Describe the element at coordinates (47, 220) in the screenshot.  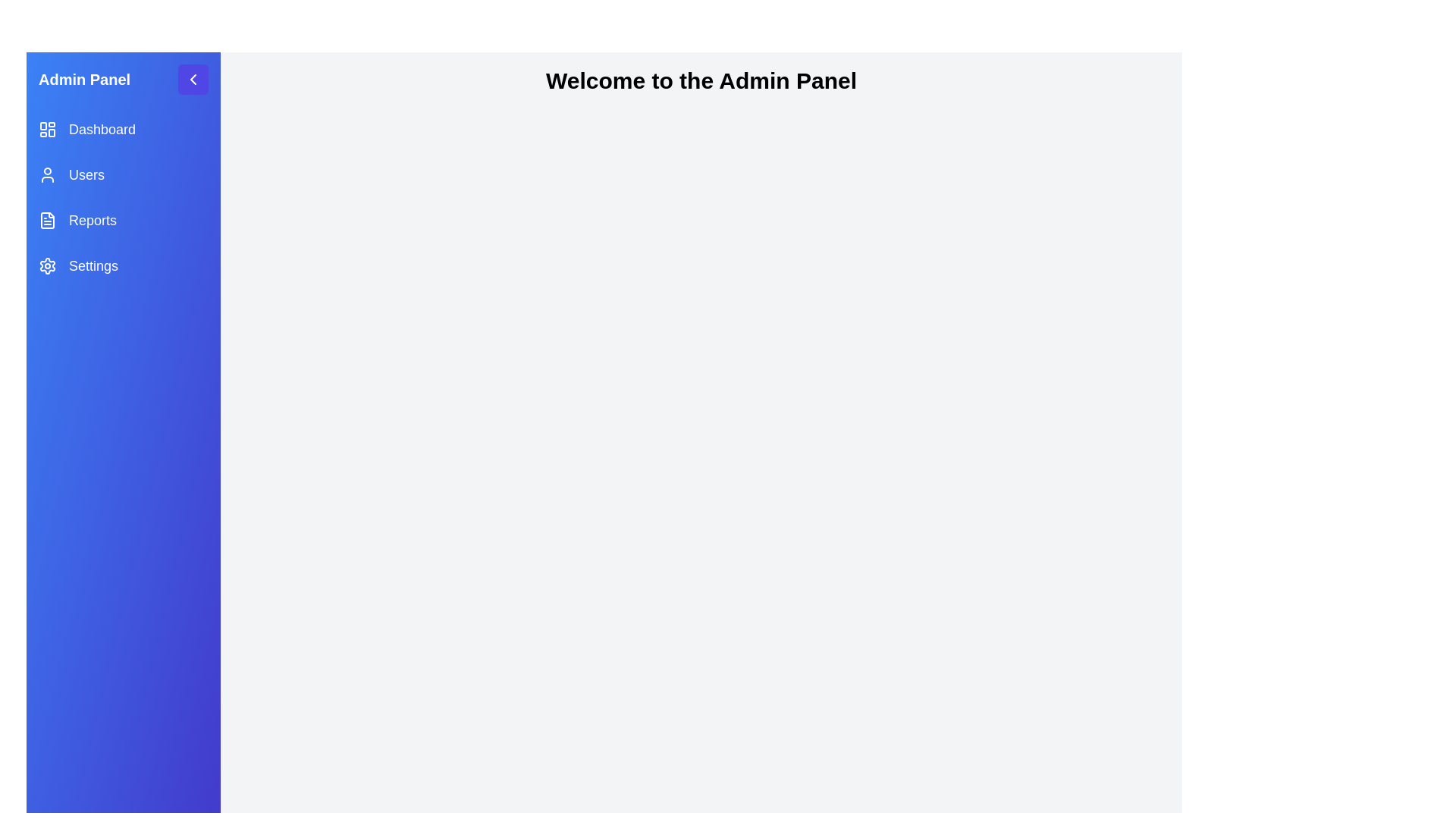
I see `the document icon with a folded corner located in the vertical navigation menu next to the 'Reports' label` at that location.